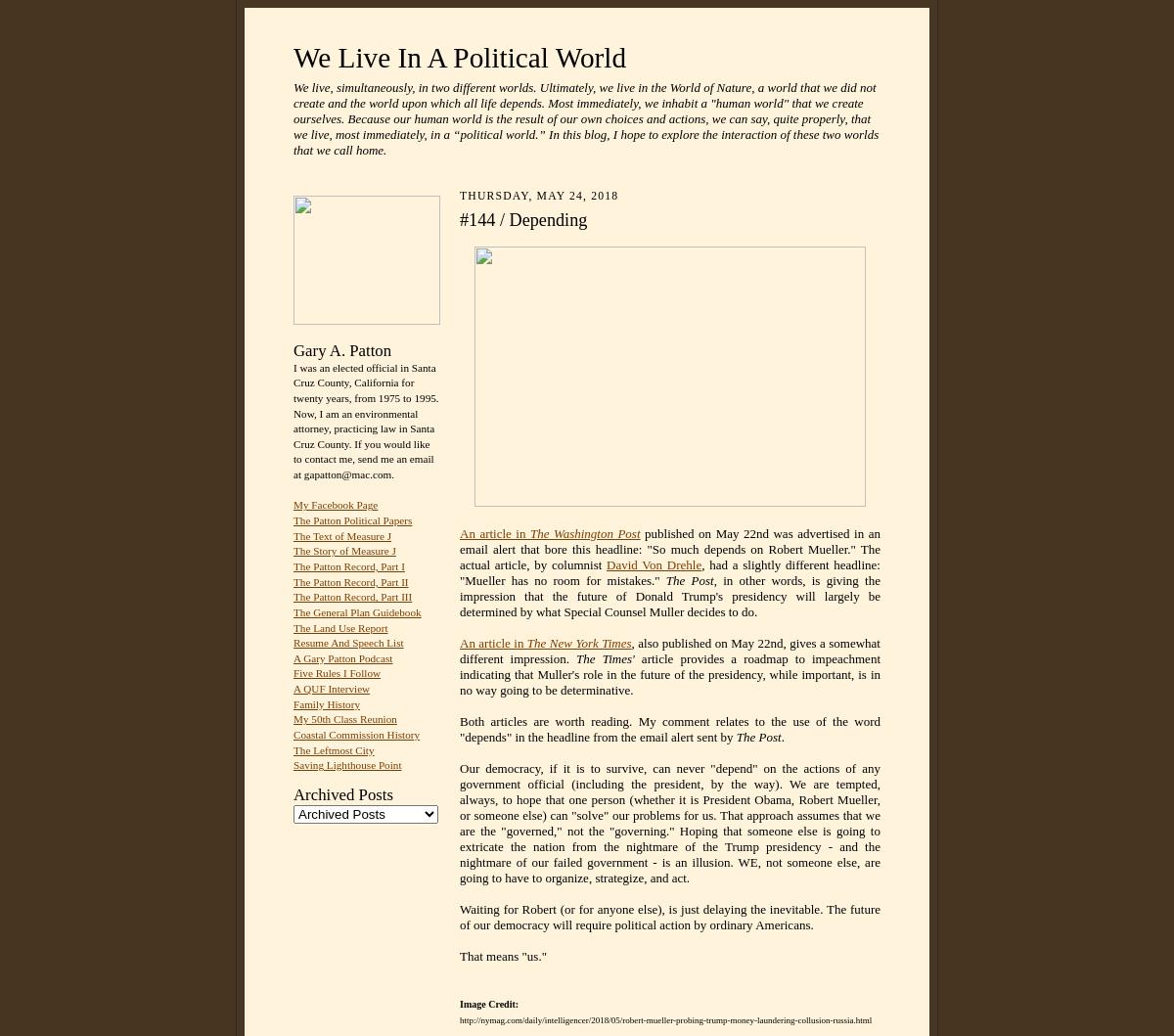  Describe the element at coordinates (669, 917) in the screenshot. I see `'Waiting for Robert (or for anyone else), is just delaying the inevitable. The future of our democracy will require political action by ordinary Americans.'` at that location.